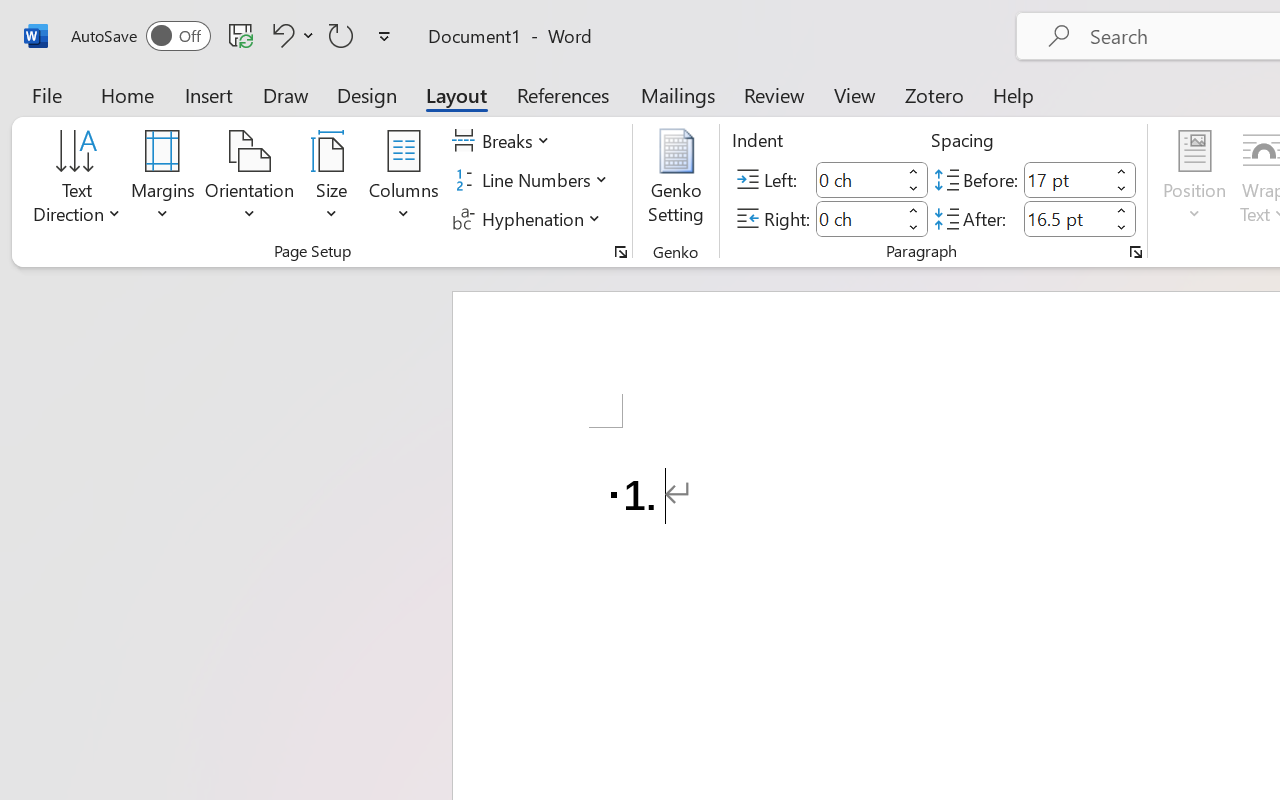 The width and height of the screenshot is (1280, 800). I want to click on 'Breaks', so click(504, 141).